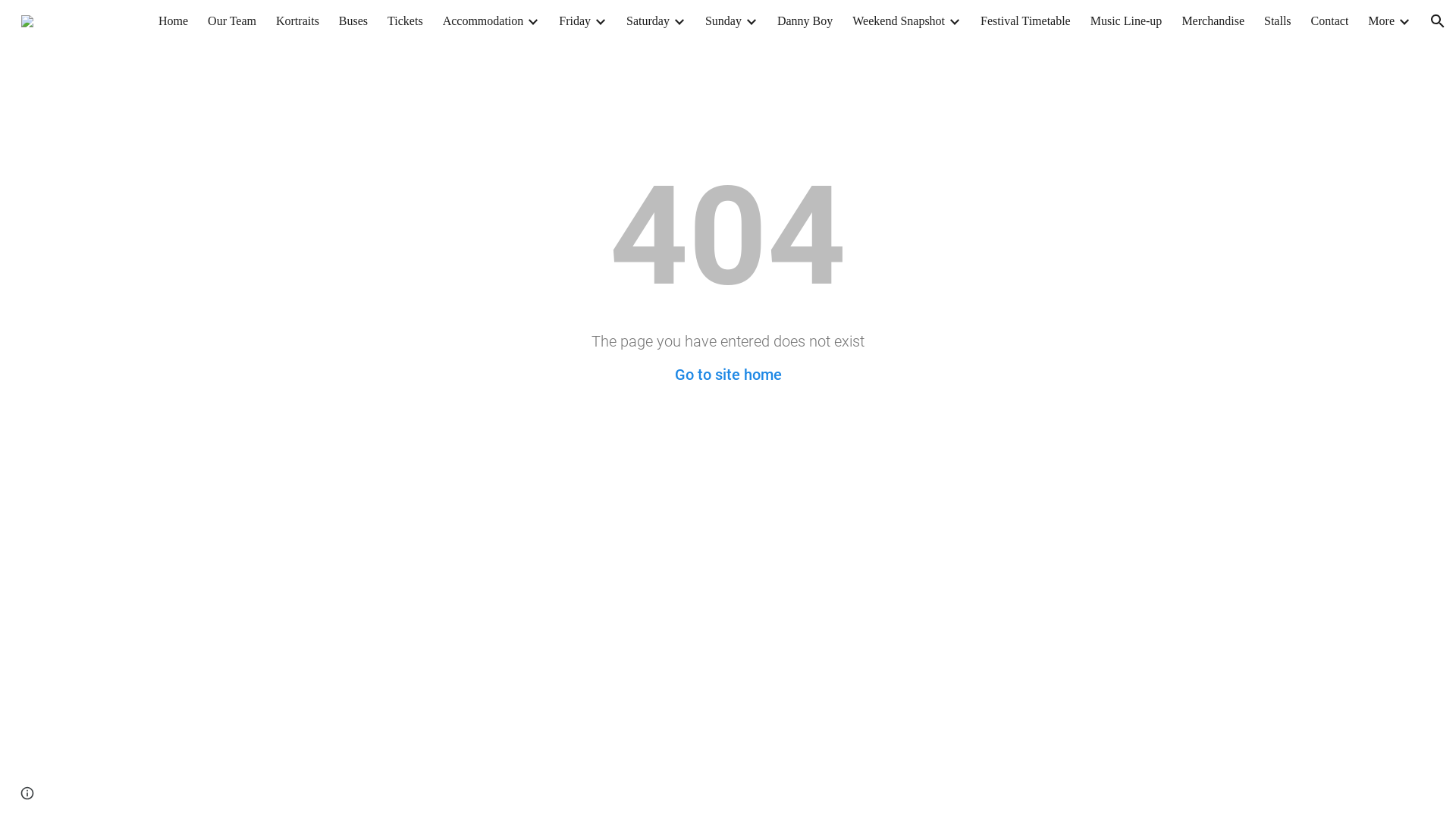 The height and width of the screenshot is (819, 1456). I want to click on 'Expand/Collapse', so click(671, 20).